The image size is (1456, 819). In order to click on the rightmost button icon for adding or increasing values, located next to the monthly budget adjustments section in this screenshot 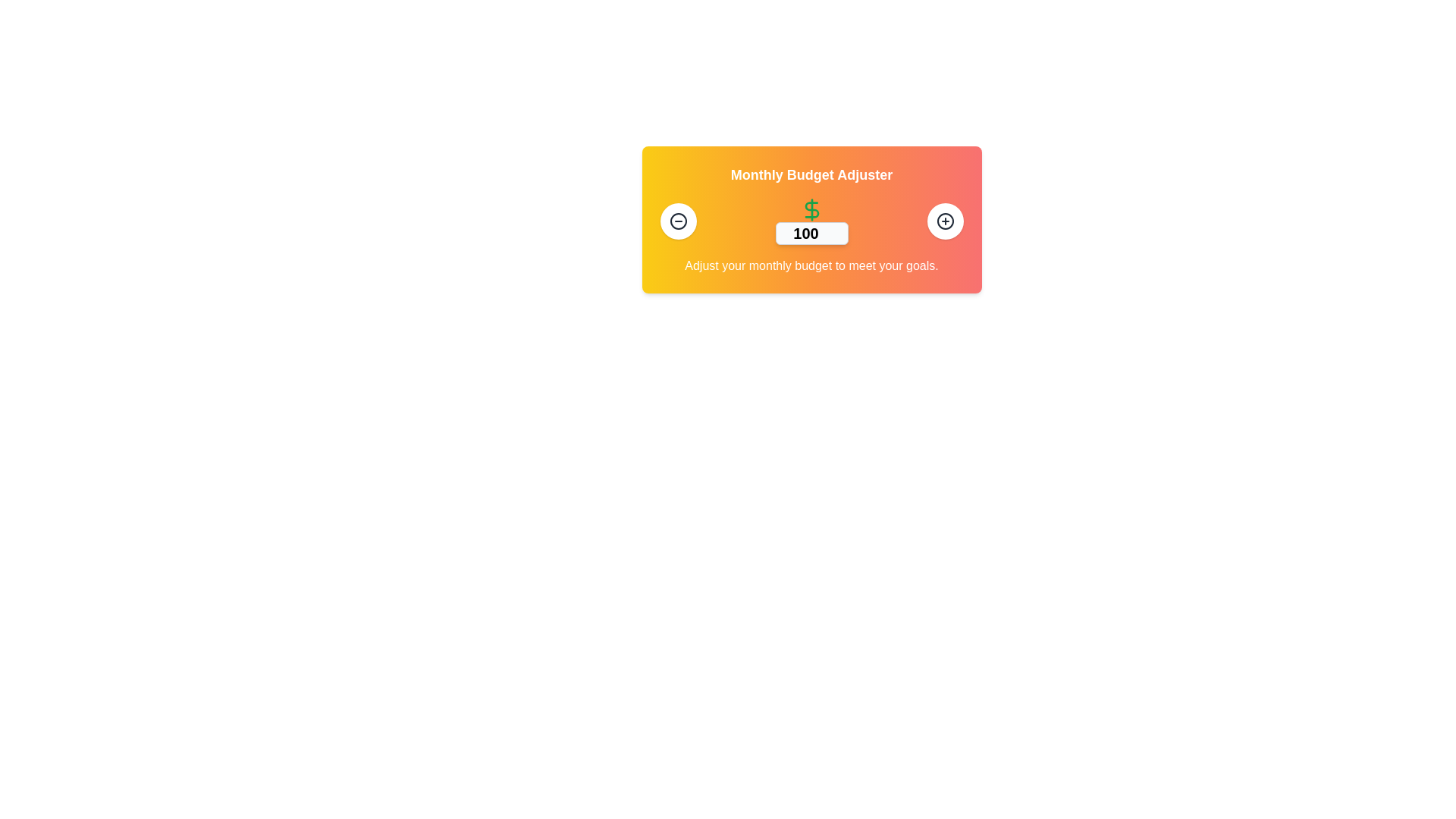, I will do `click(944, 221)`.